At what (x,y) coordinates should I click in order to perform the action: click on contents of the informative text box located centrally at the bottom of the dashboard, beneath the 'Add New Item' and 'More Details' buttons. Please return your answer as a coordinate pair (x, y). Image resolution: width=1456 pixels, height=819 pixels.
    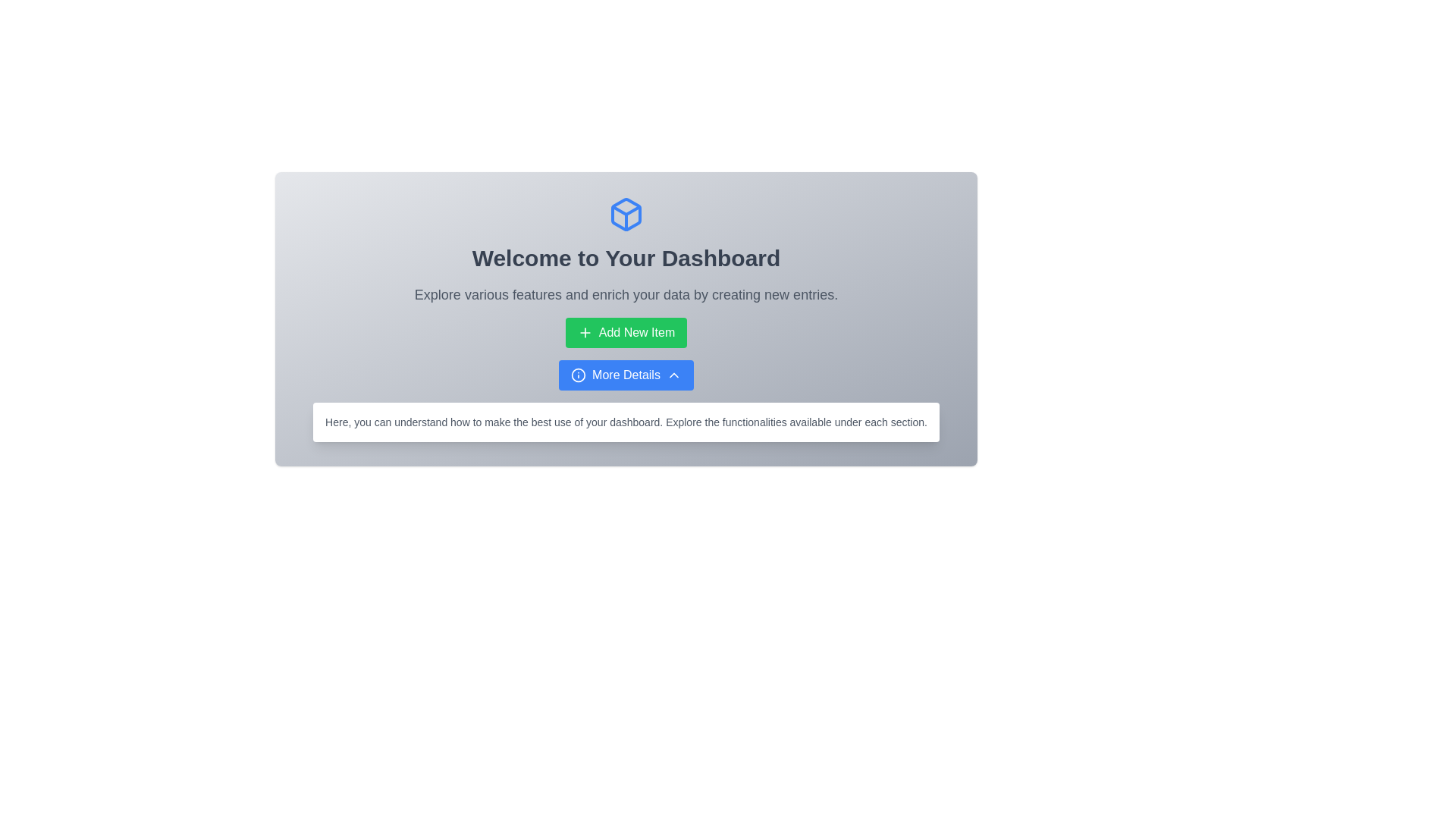
    Looking at the image, I should click on (626, 422).